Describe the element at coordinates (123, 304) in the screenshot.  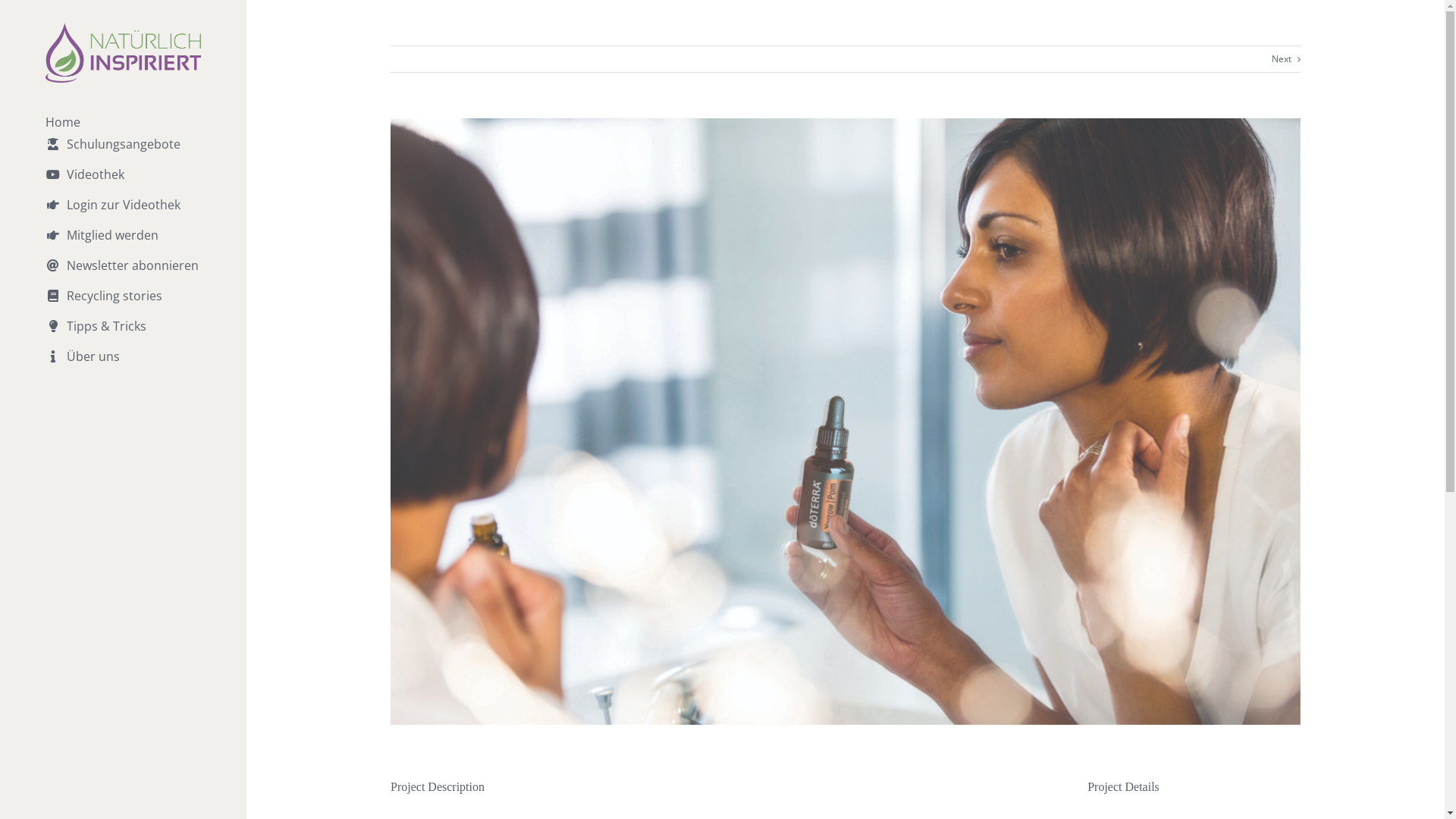
I see `'Recycling stories'` at that location.